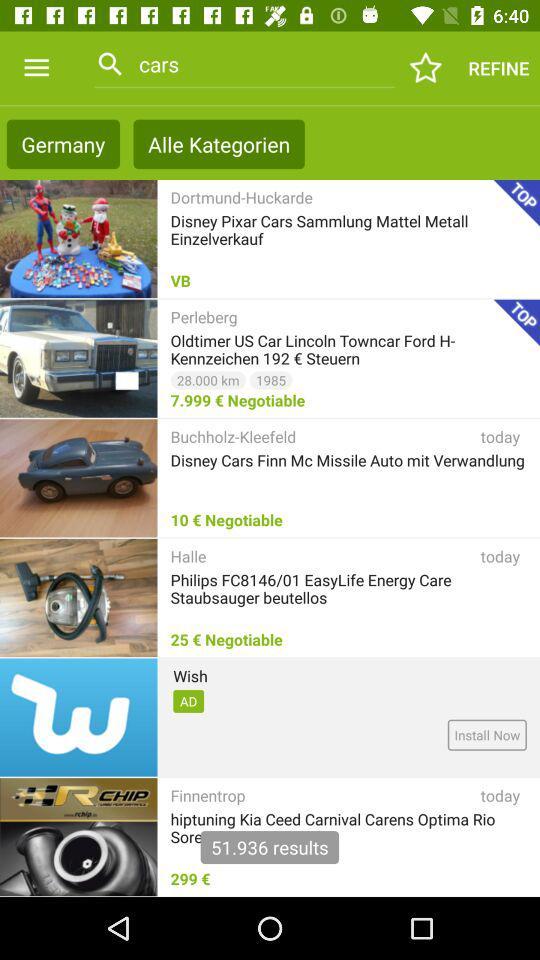  I want to click on icon next to the ad, so click(486, 734).